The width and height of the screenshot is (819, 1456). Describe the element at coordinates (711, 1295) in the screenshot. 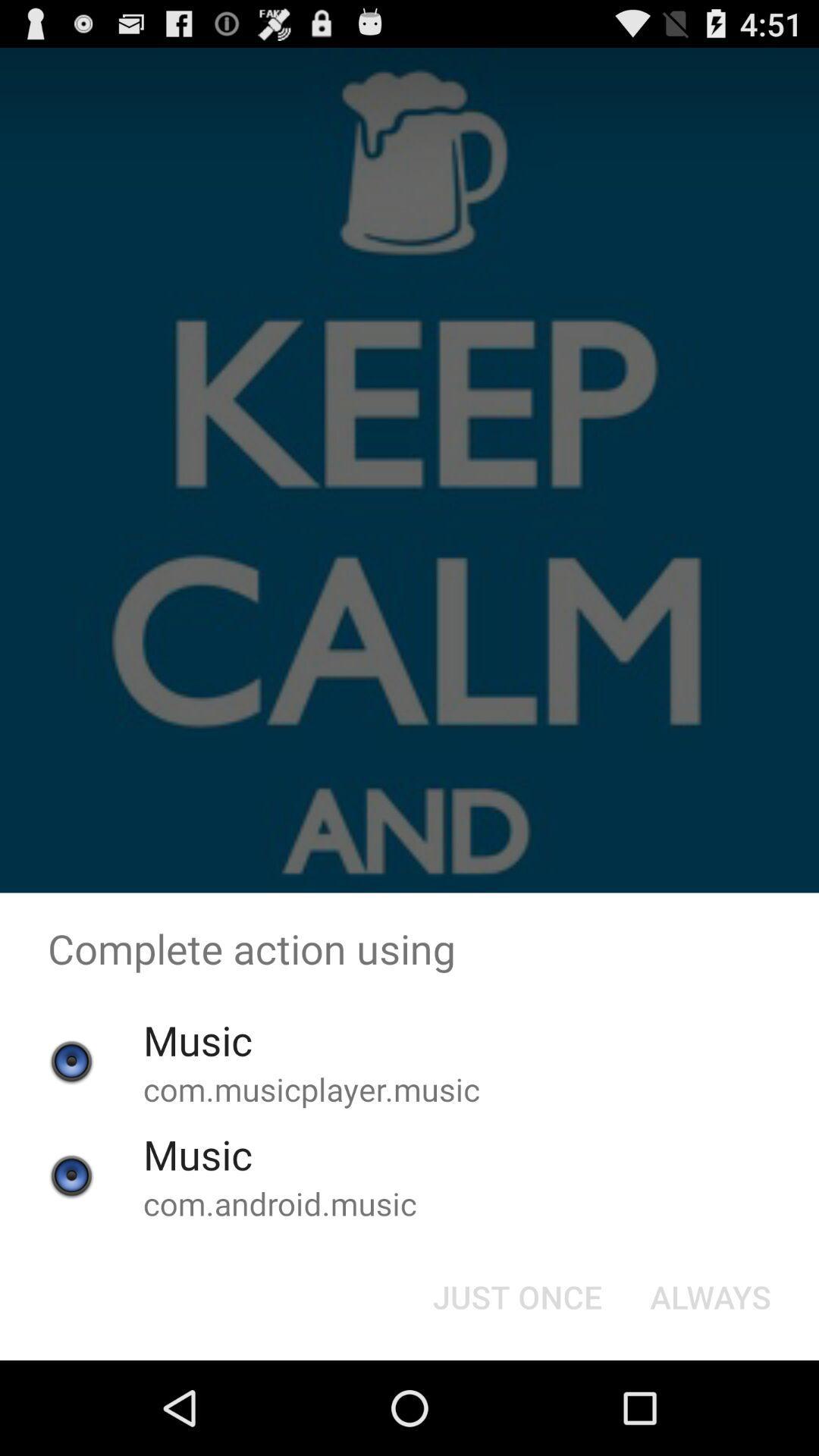

I see `the button next to the just once` at that location.